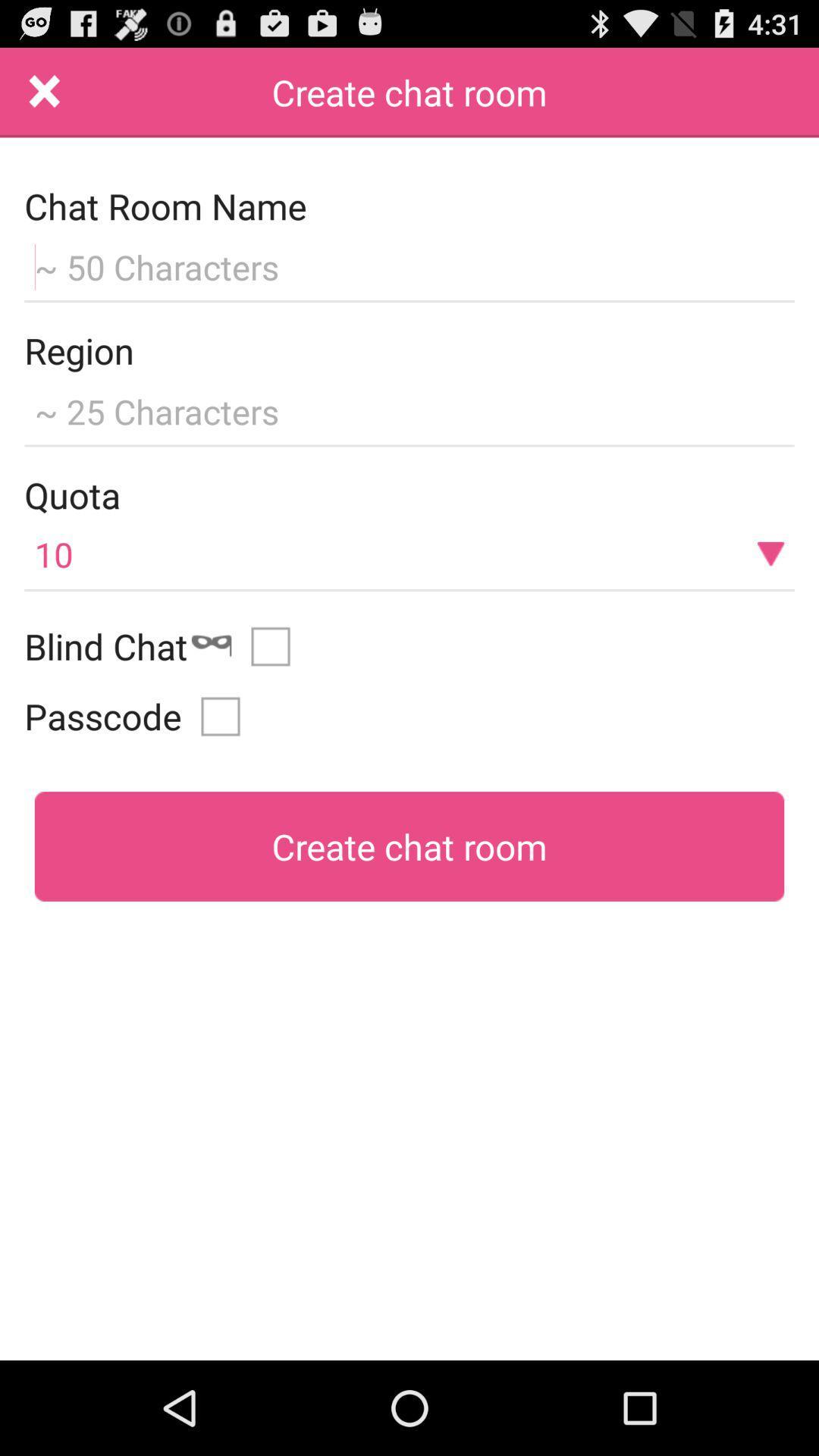 This screenshot has width=819, height=1456. I want to click on type chat room name, so click(409, 265).